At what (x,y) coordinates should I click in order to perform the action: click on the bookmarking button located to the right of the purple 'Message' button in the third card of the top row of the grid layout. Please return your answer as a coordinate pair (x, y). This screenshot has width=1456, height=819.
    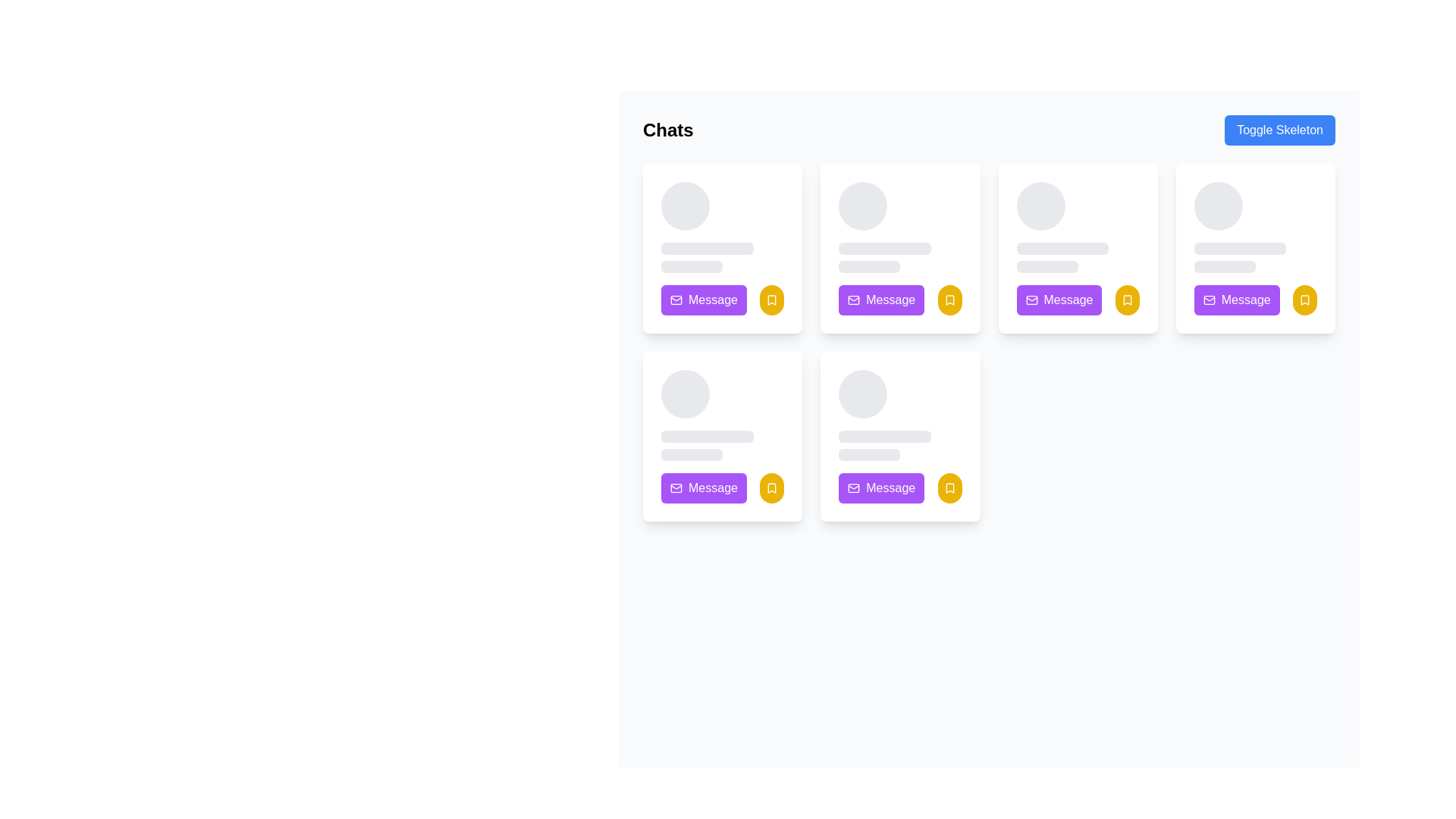
    Looking at the image, I should click on (1127, 300).